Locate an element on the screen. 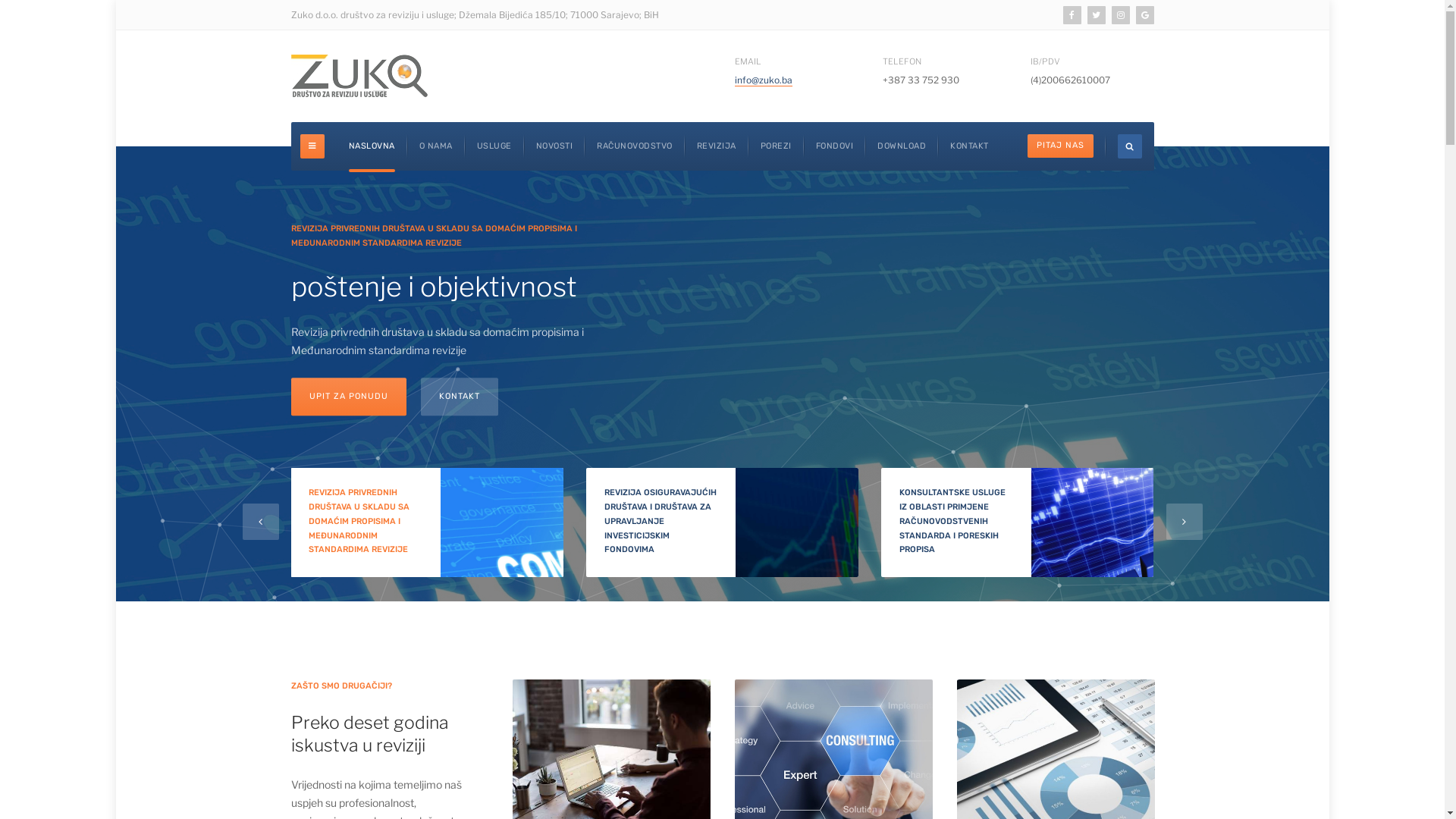 The height and width of the screenshot is (819, 1456). 'REVIZIJA' is located at coordinates (715, 146).